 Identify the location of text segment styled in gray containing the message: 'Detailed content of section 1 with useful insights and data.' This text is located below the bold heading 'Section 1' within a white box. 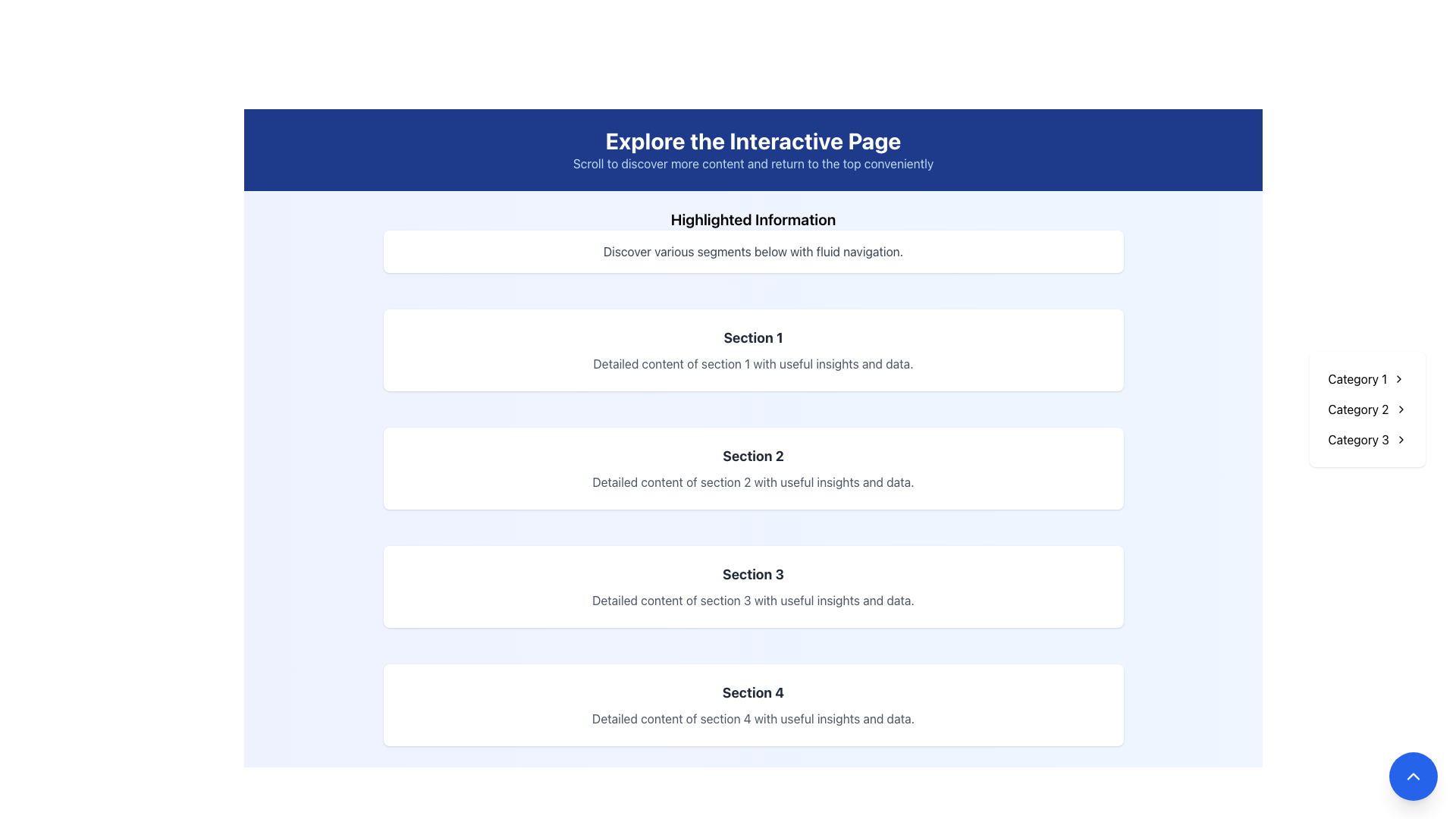
(753, 363).